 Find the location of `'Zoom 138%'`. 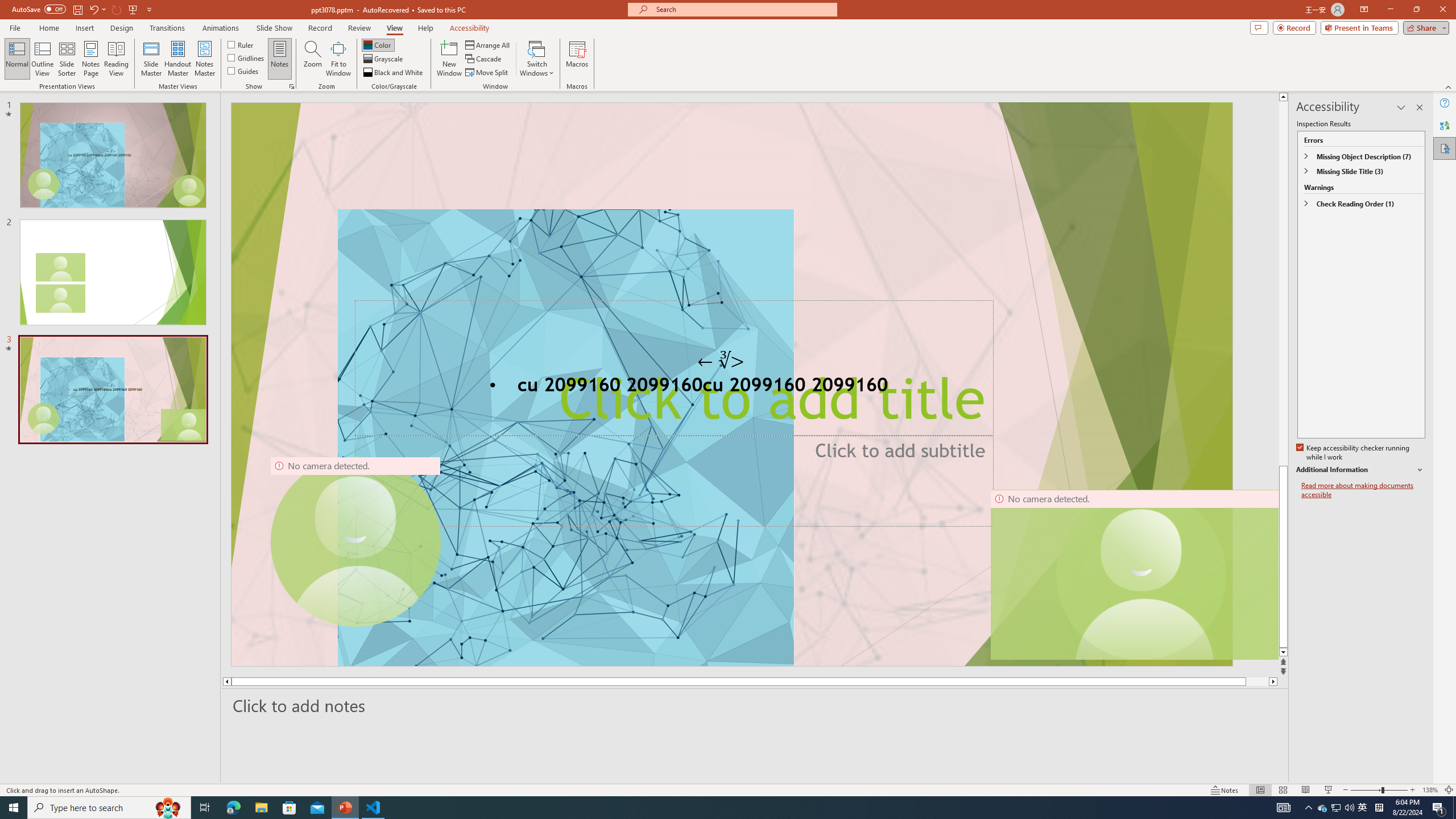

'Zoom 138%' is located at coordinates (1430, 790).